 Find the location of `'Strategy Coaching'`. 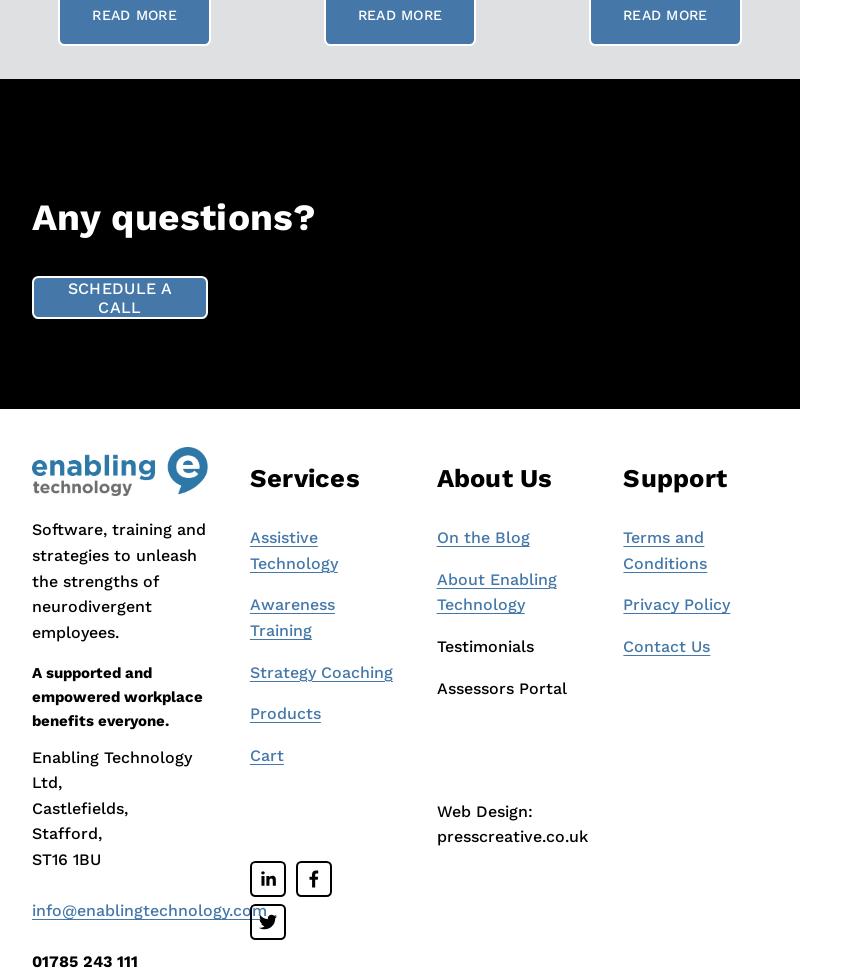

'Strategy Coaching' is located at coordinates (319, 670).